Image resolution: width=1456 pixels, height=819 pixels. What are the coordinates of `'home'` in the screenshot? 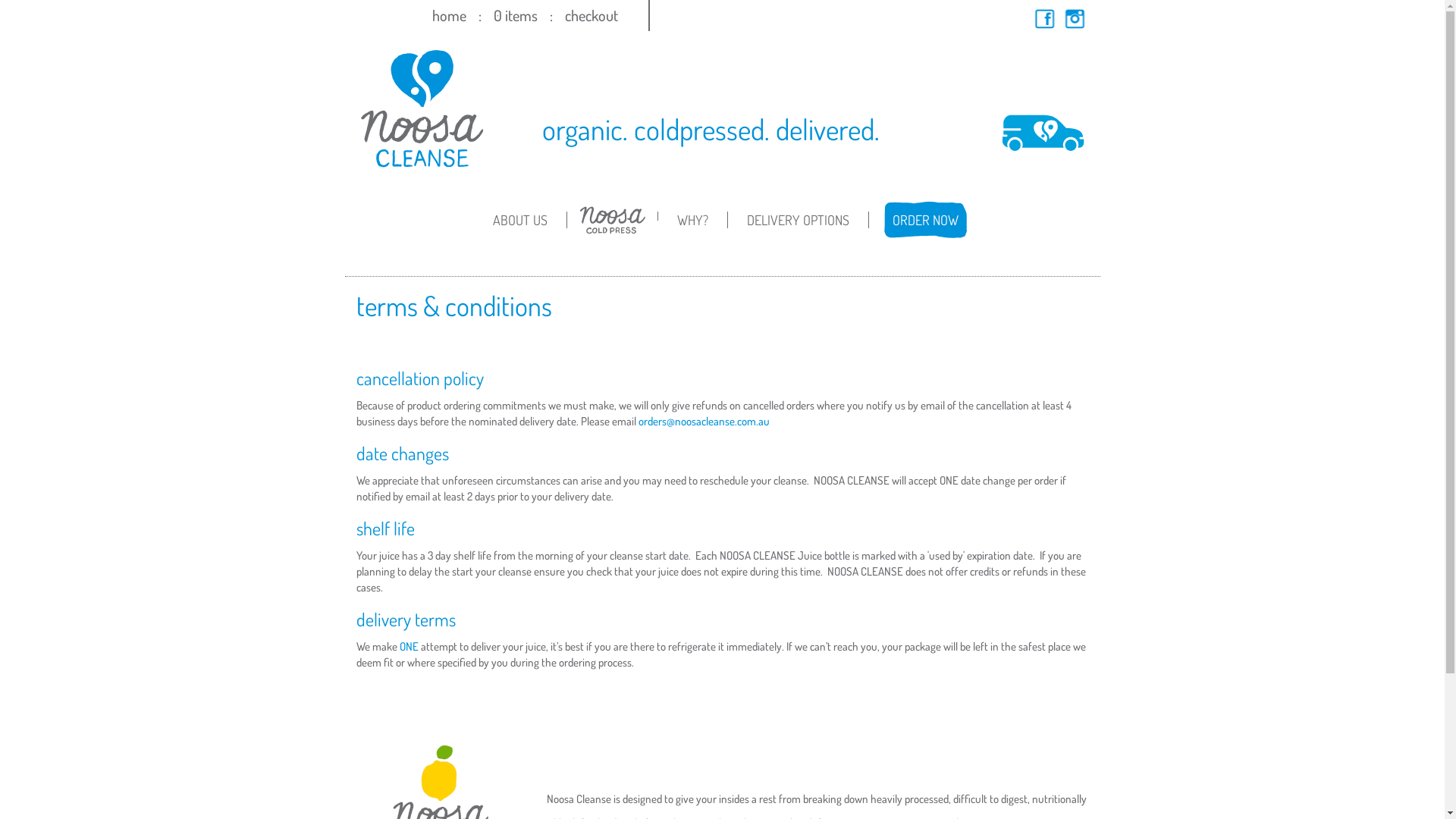 It's located at (448, 14).